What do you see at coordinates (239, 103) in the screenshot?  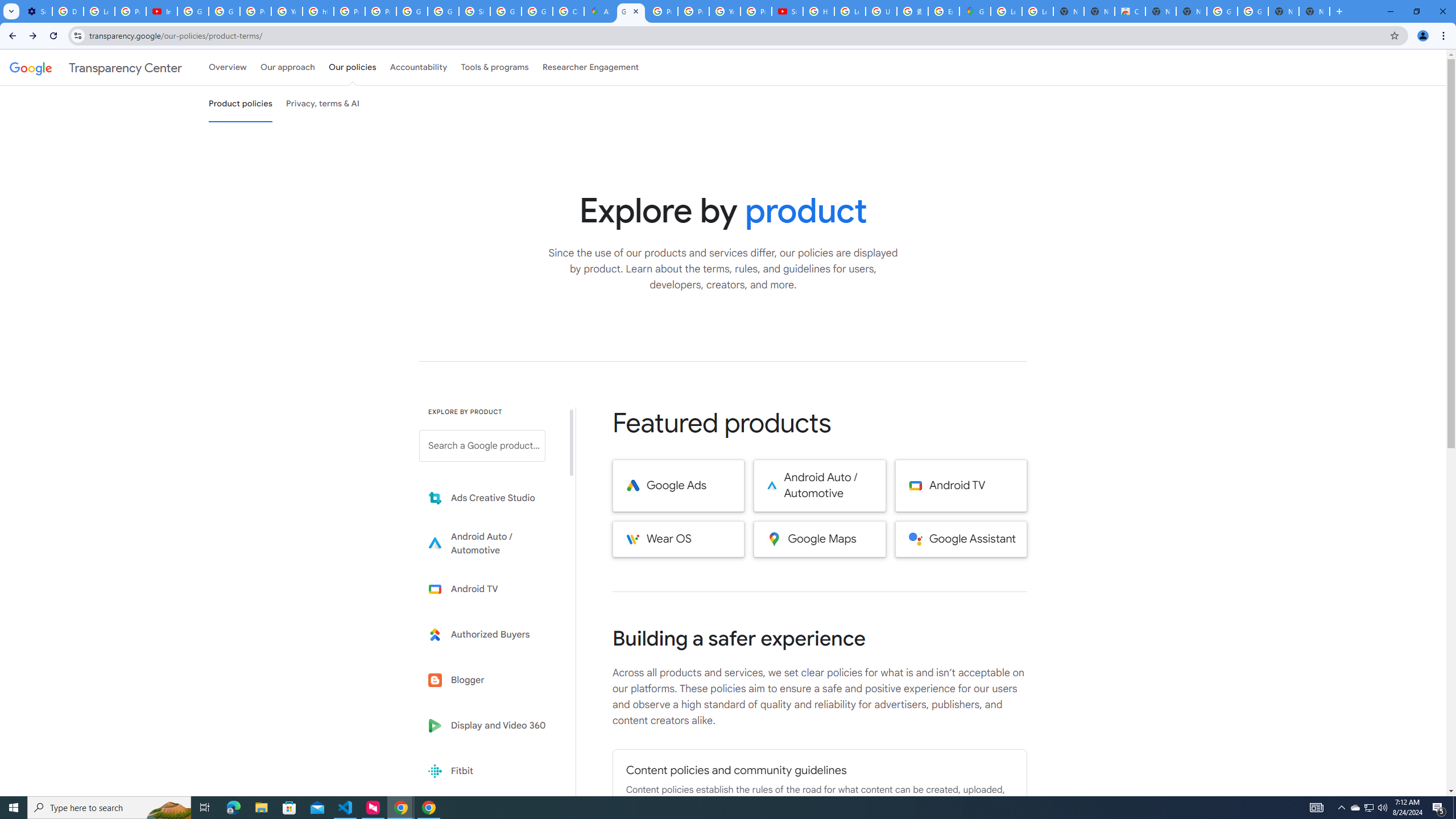 I see `'Product policies'` at bounding box center [239, 103].